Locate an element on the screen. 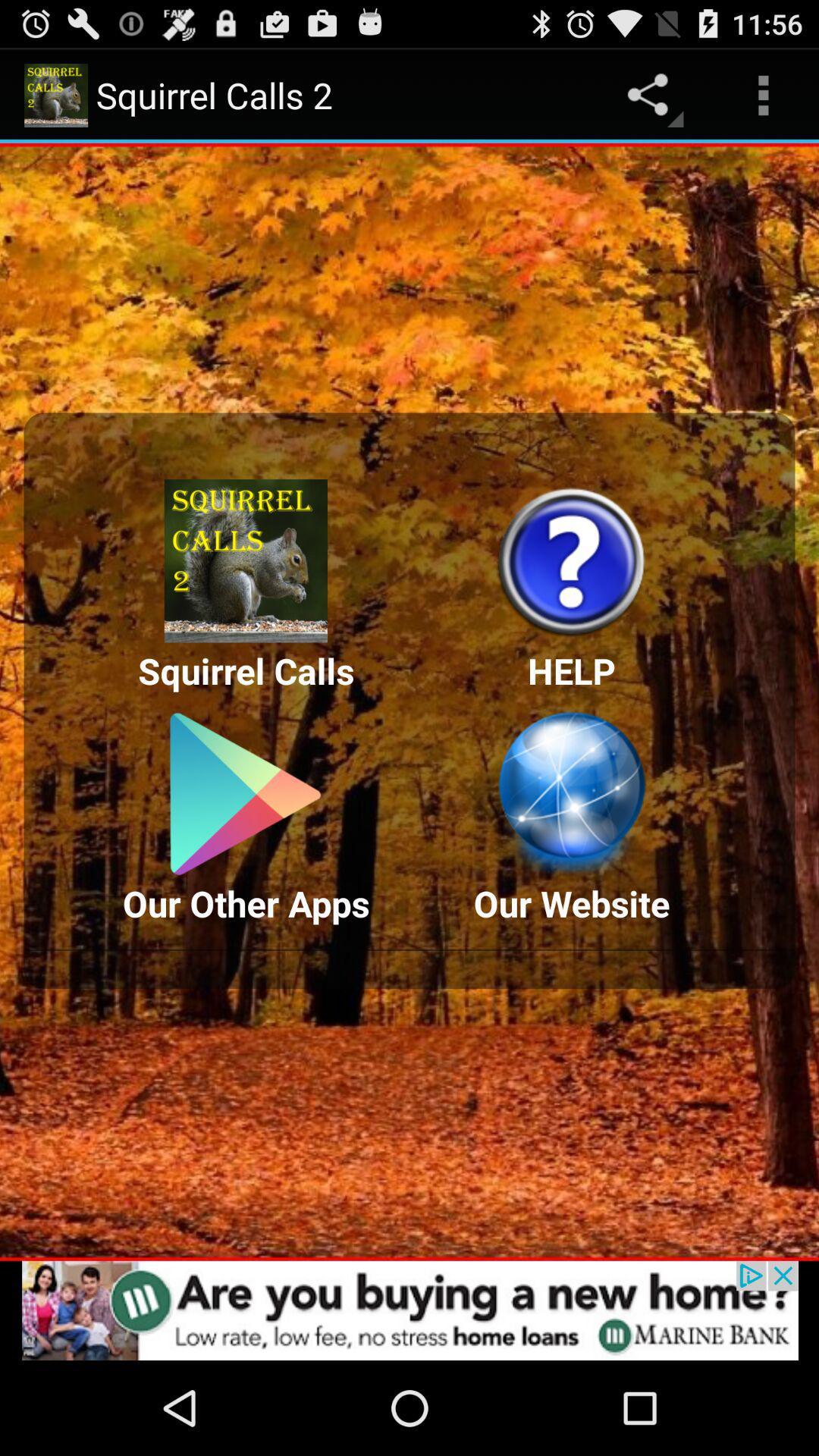  advertising is located at coordinates (409, 1310).